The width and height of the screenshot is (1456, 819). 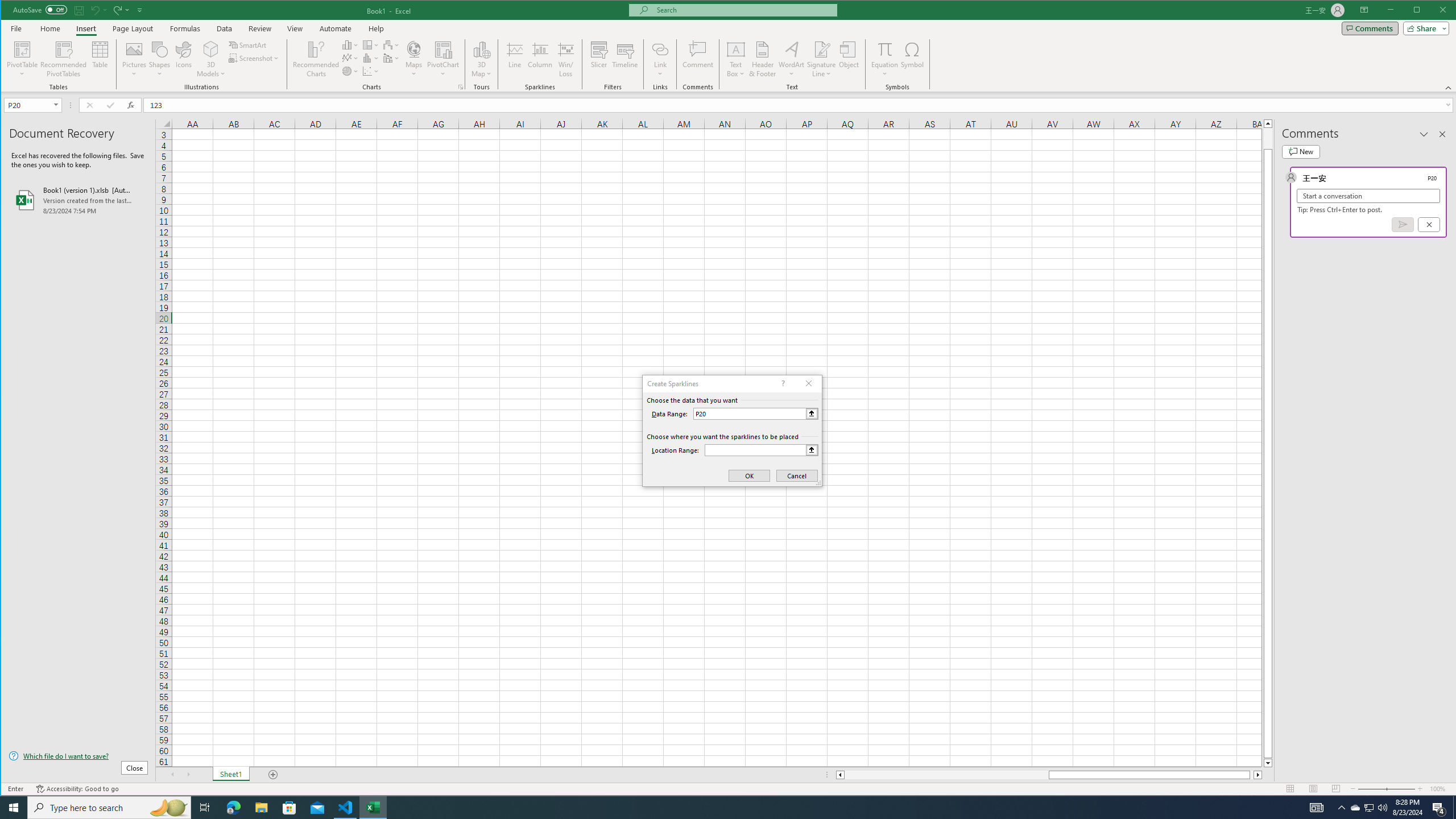 I want to click on 'Page left', so click(x=946, y=775).